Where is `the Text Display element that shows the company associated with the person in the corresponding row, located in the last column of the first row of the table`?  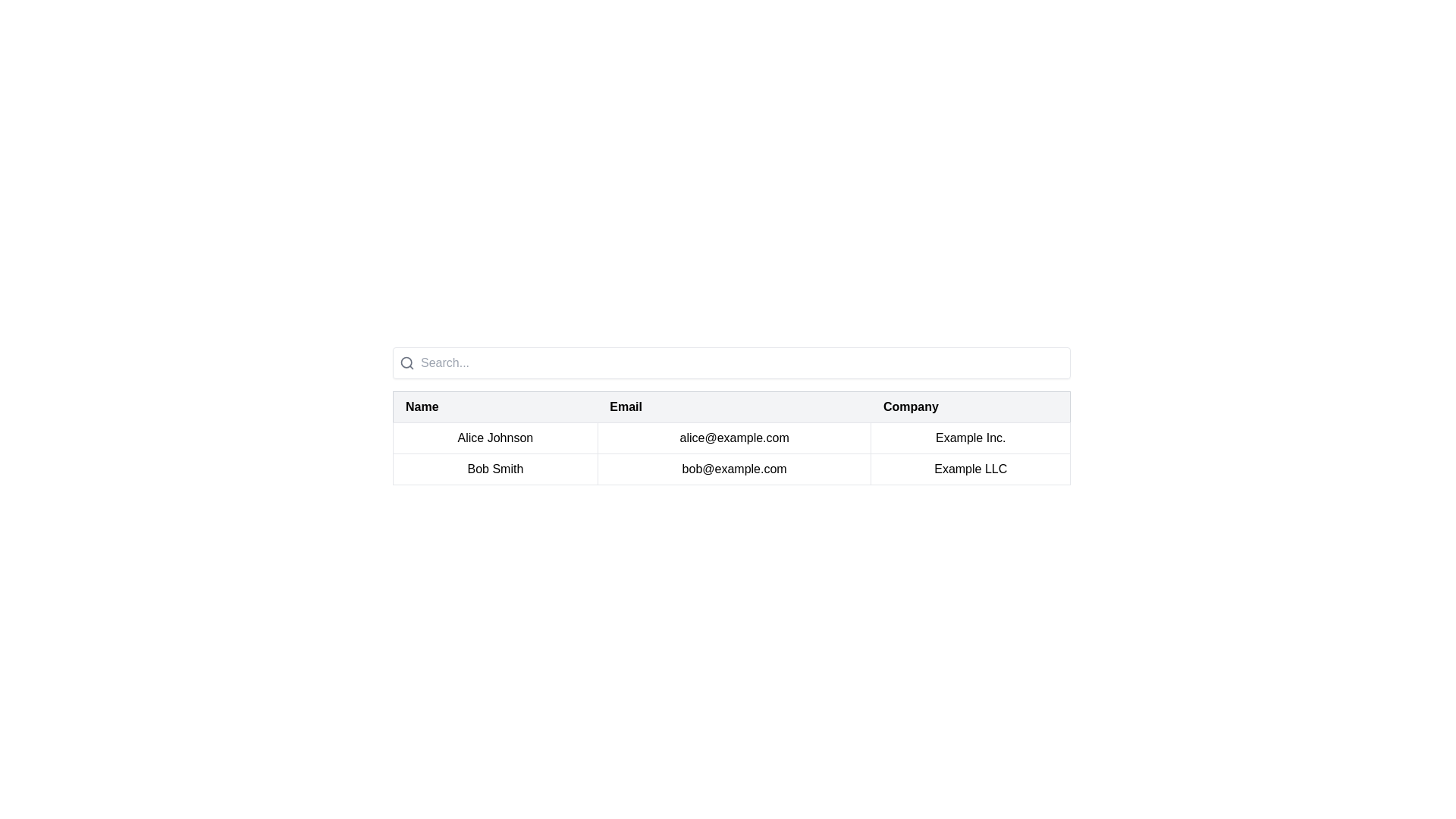
the Text Display element that shows the company associated with the person in the corresponding row, located in the last column of the first row of the table is located at coordinates (971, 438).